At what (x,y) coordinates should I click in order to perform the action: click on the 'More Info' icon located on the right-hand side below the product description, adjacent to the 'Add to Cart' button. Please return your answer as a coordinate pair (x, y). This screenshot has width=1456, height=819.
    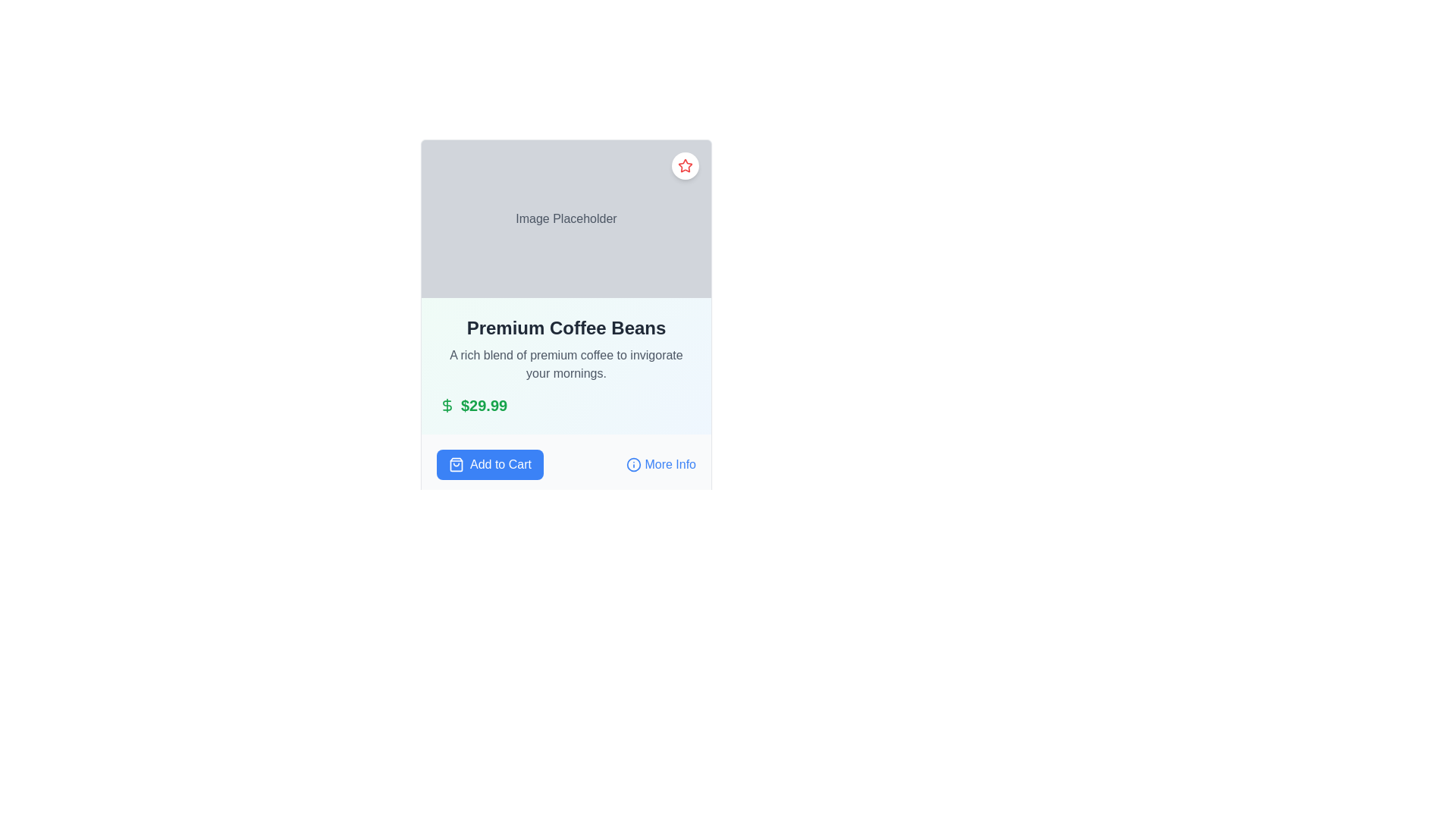
    Looking at the image, I should click on (634, 464).